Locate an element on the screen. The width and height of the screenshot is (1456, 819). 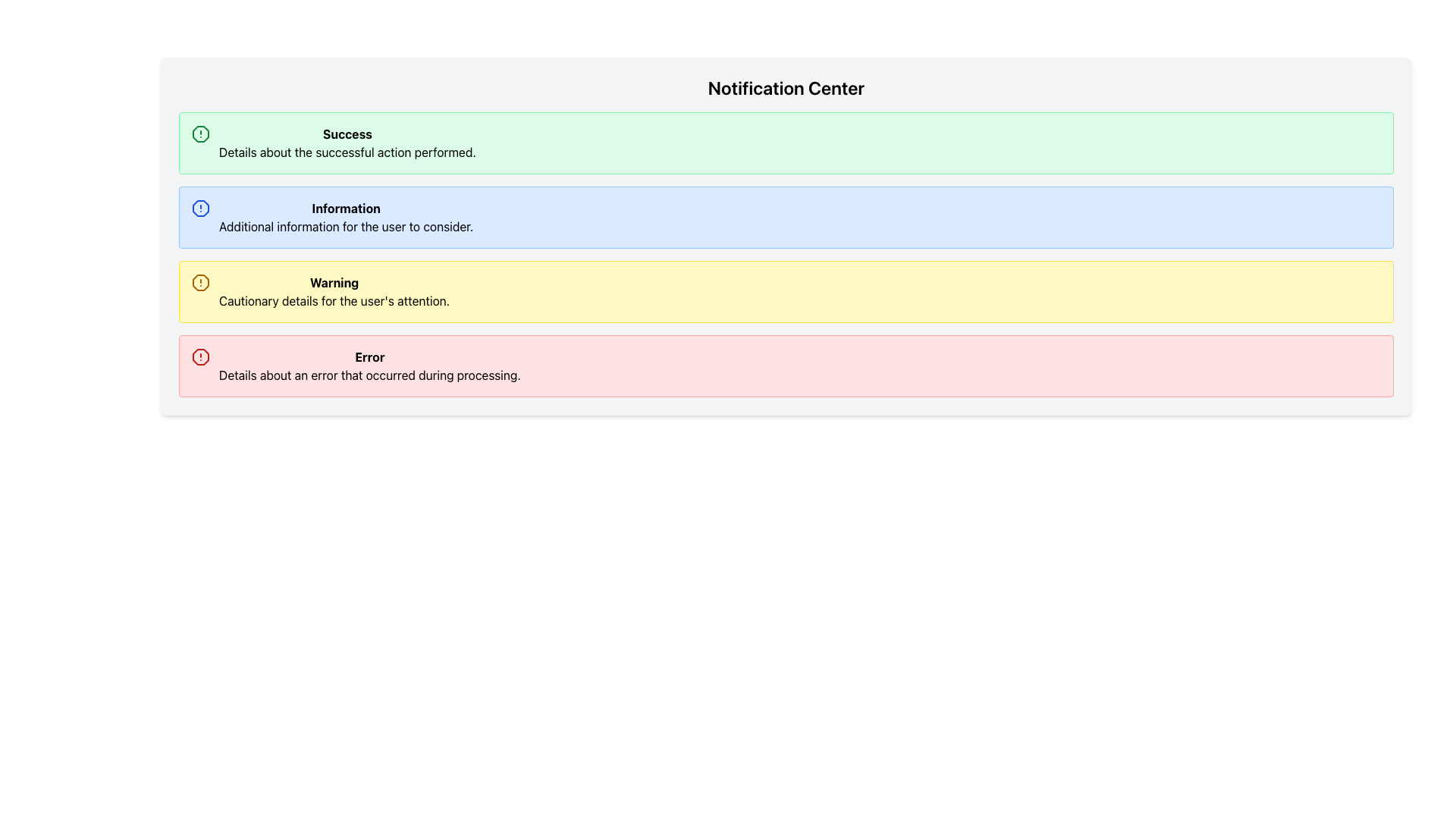
the high-priority error icon located in the top-left corner of the 'Error' notification box is located at coordinates (199, 356).